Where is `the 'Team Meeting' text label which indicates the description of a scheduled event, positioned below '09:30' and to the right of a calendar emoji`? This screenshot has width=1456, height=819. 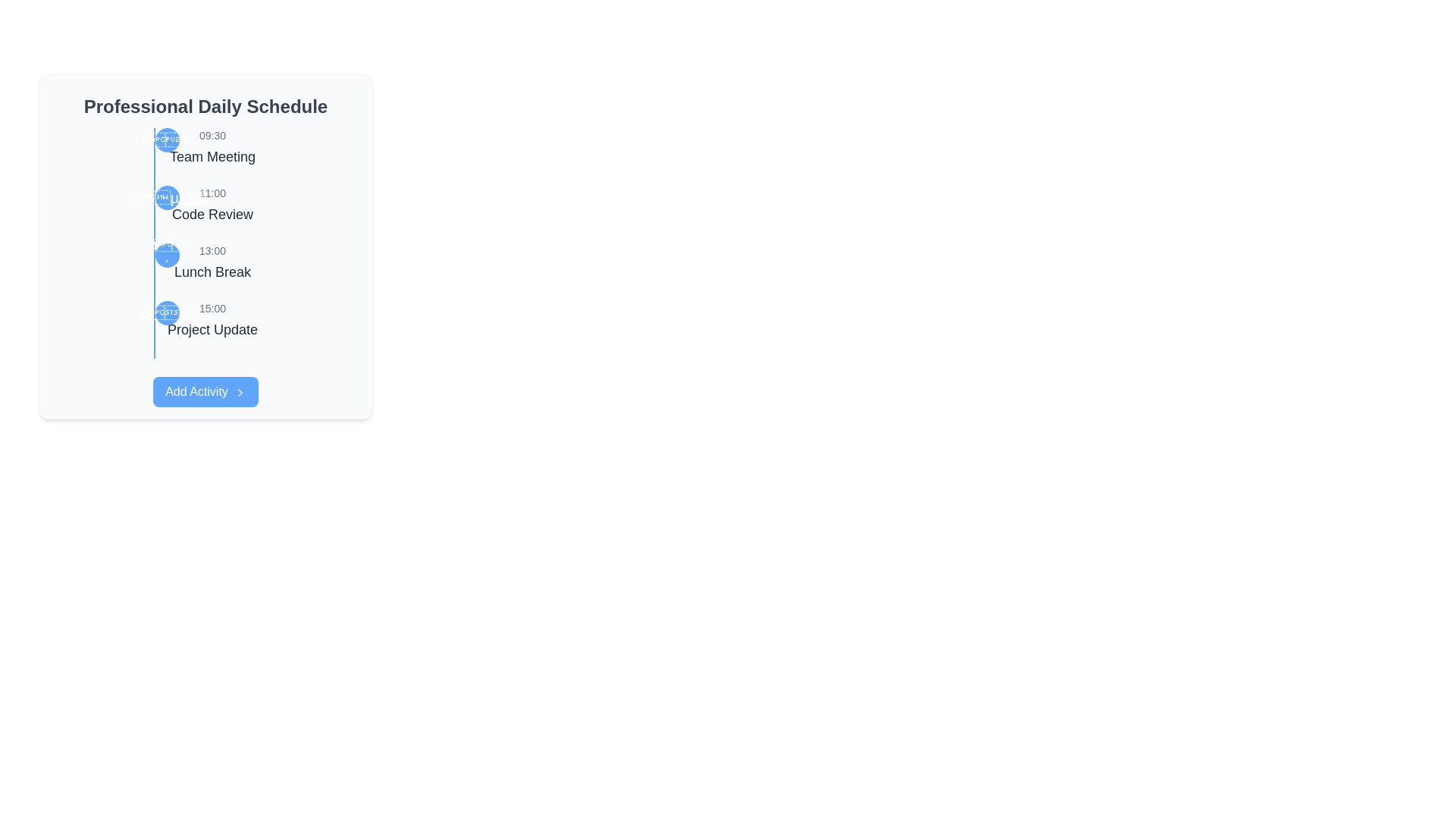 the 'Team Meeting' text label which indicates the description of a scheduled event, positioned below '09:30' and to the right of a calendar emoji is located at coordinates (212, 157).